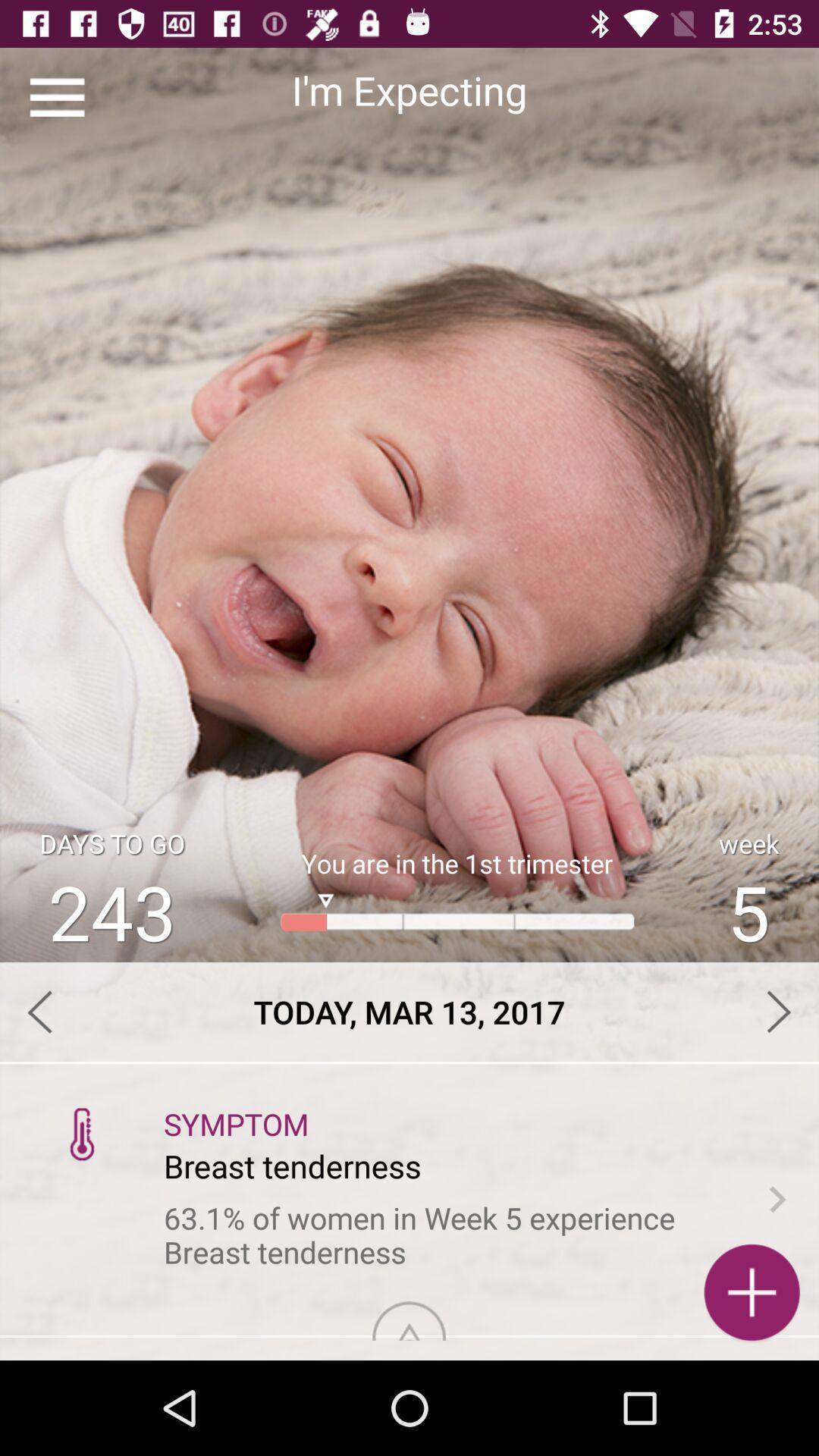  What do you see at coordinates (56, 96) in the screenshot?
I see `the item to the left of the i'm expecting app` at bounding box center [56, 96].